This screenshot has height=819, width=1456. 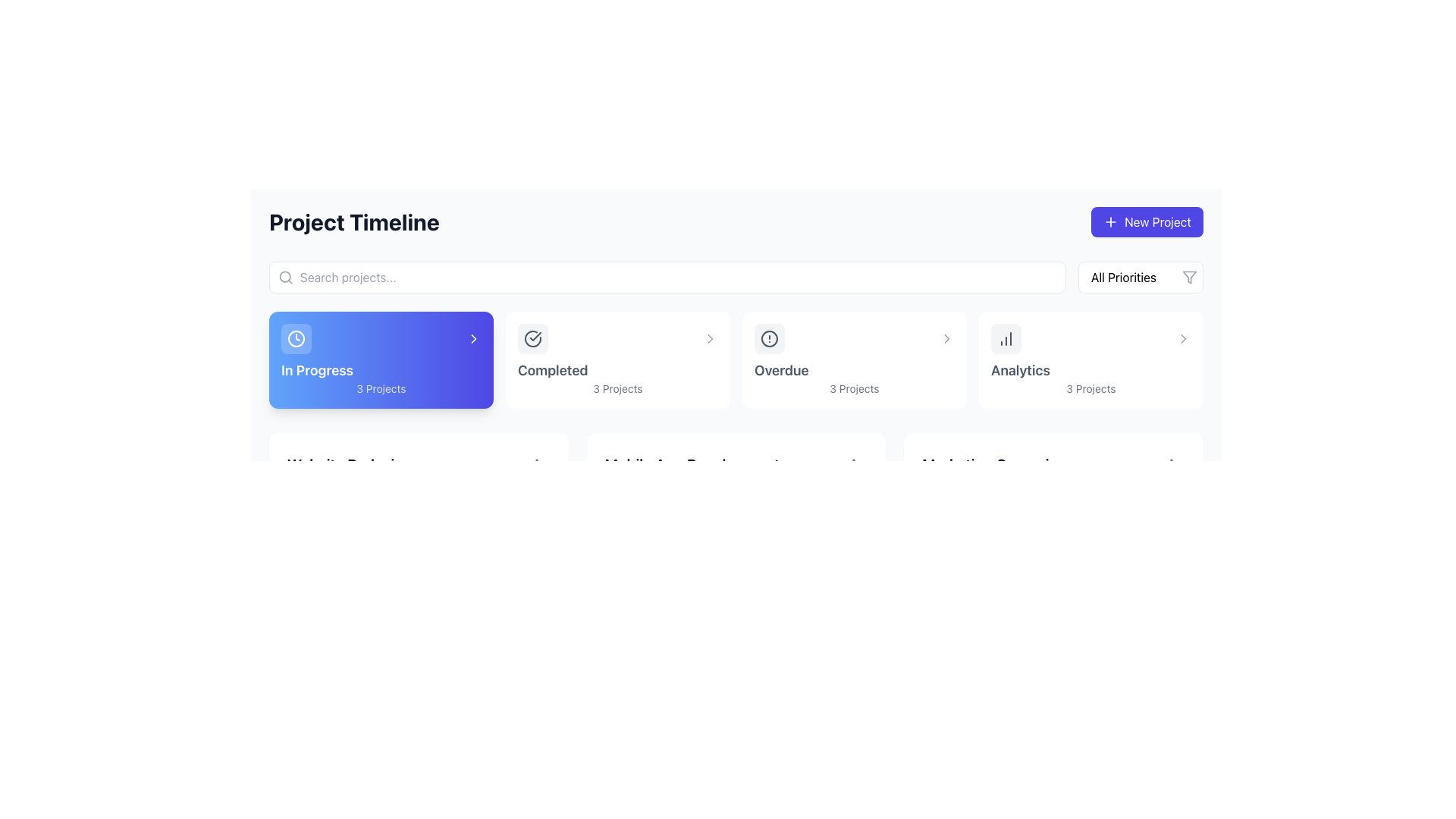 What do you see at coordinates (286, 278) in the screenshot?
I see `the search icon located on the left side of the input field, which triggers the search functionality for projects` at bounding box center [286, 278].